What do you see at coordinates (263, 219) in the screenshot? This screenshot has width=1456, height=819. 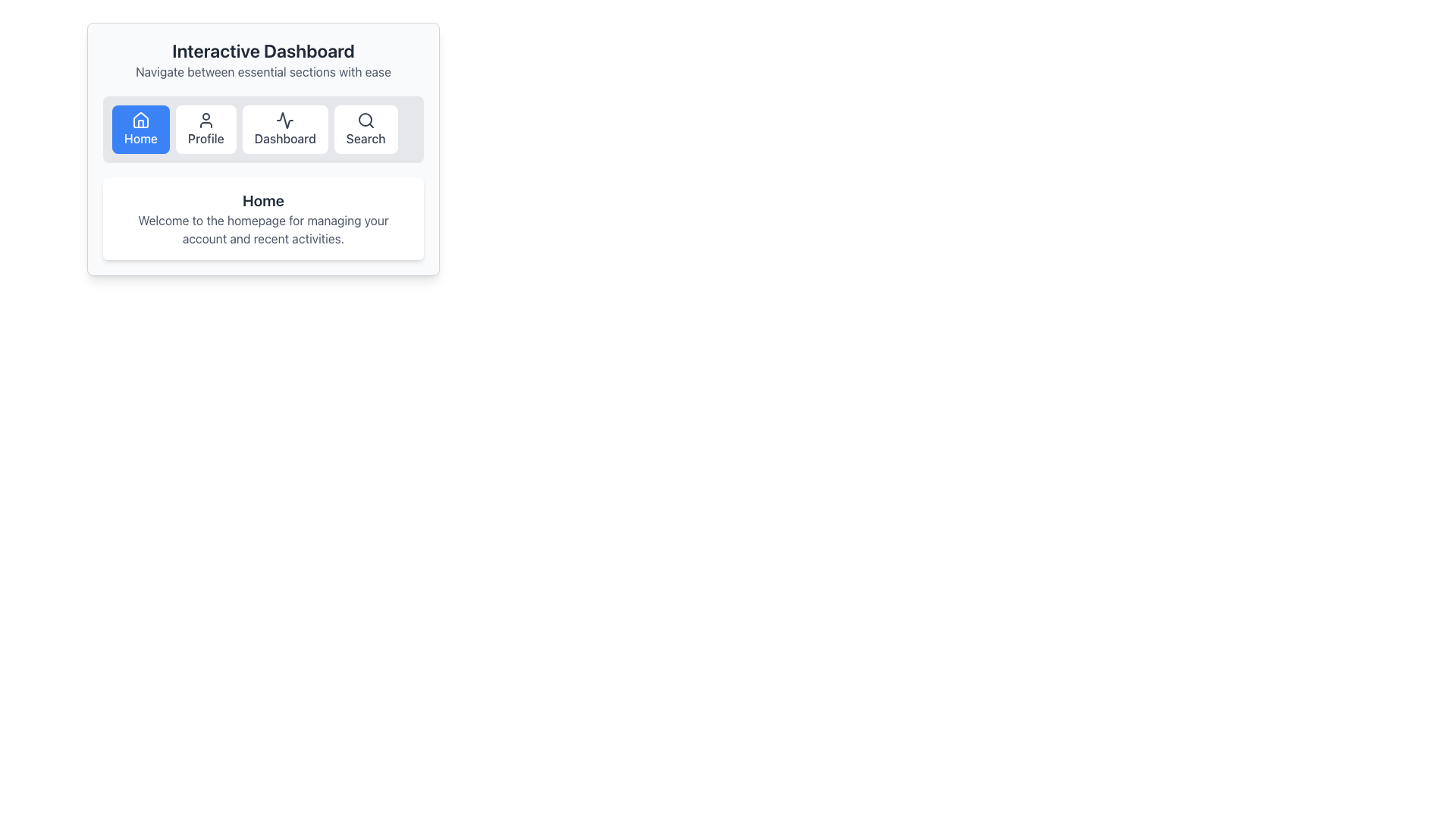 I see `the Informational section that displays 'Home' prominently at the top, which is styled with rounded corners and a white background, located below the button row in the 'Interactive Dashboard'` at bounding box center [263, 219].